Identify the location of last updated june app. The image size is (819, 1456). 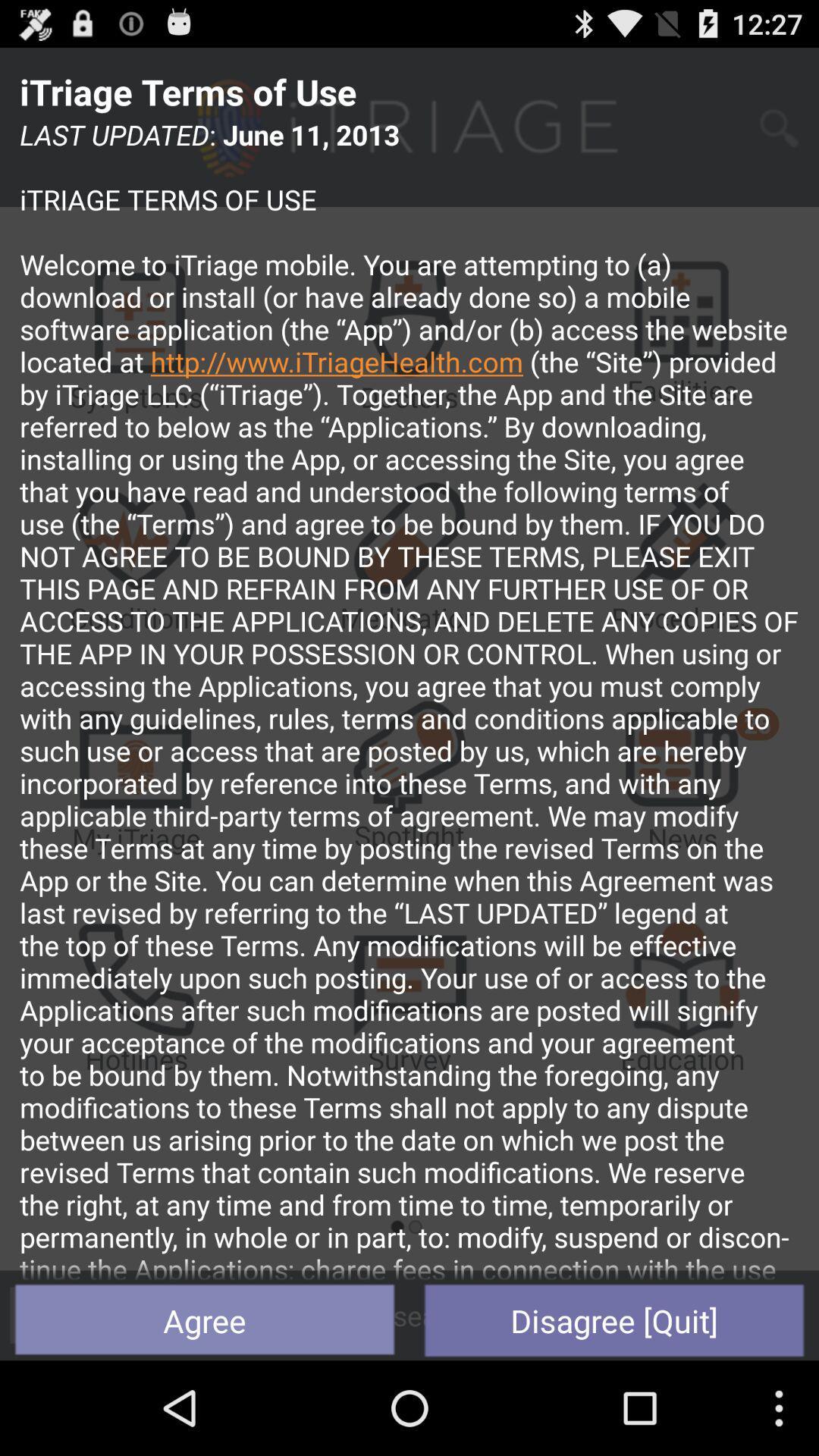
(409, 698).